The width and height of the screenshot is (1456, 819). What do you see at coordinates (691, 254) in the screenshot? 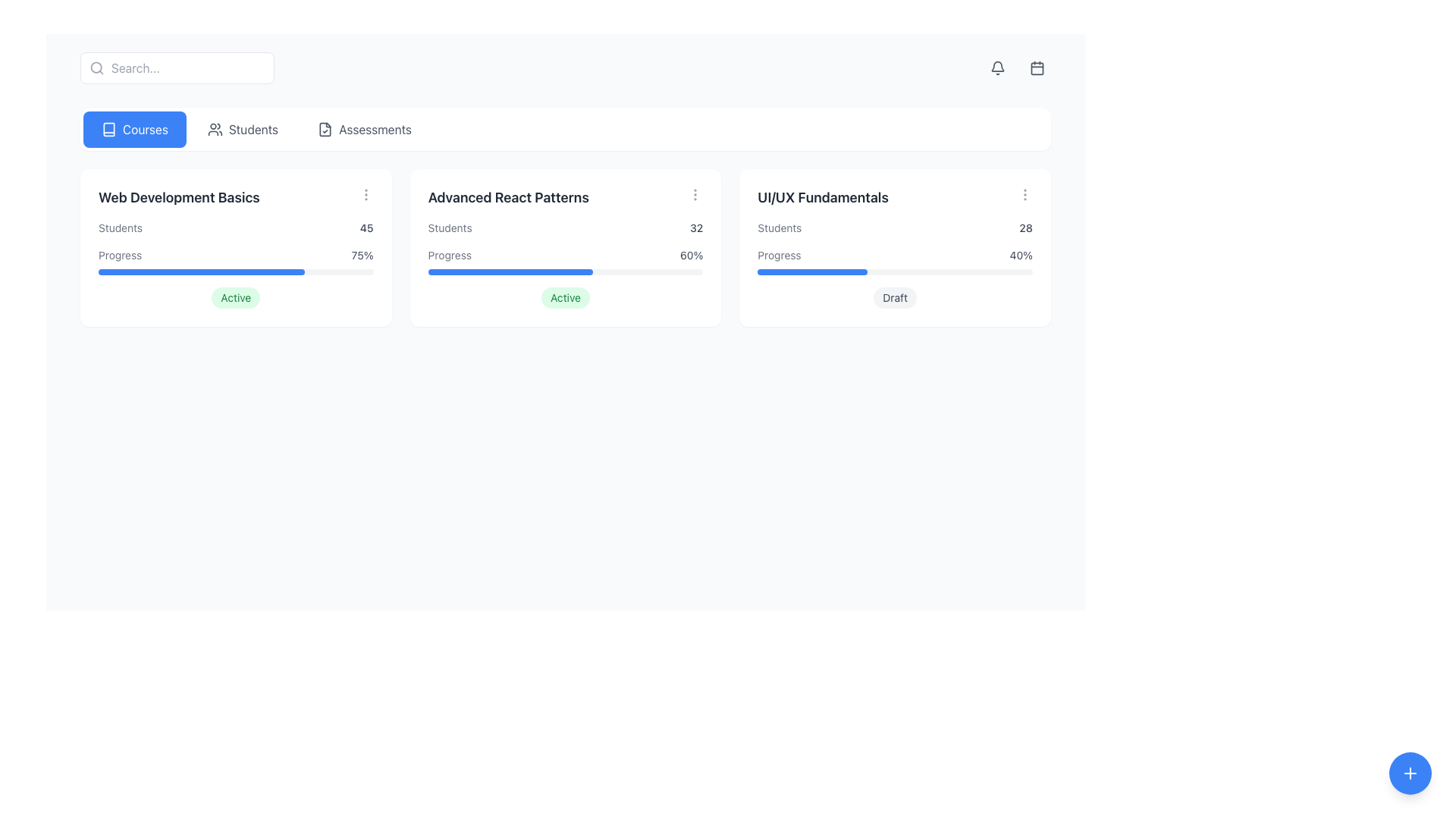
I see `the textual display showing '60%' in a dark gray font within the 'Advanced React Patterns' card, located at the rightmost side of the progress details section` at bounding box center [691, 254].